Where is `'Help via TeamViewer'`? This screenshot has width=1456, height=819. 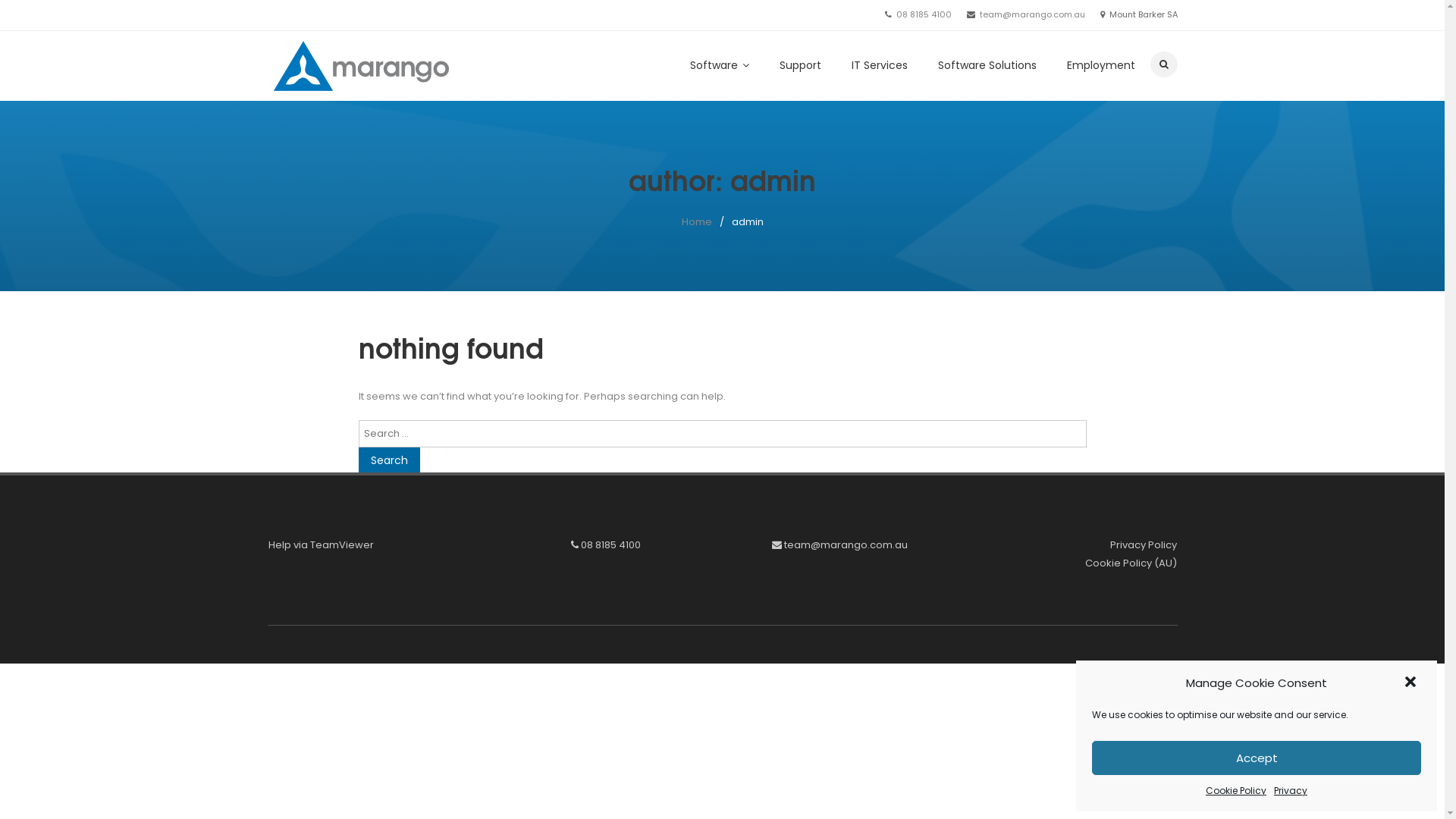 'Help via TeamViewer' is located at coordinates (268, 544).